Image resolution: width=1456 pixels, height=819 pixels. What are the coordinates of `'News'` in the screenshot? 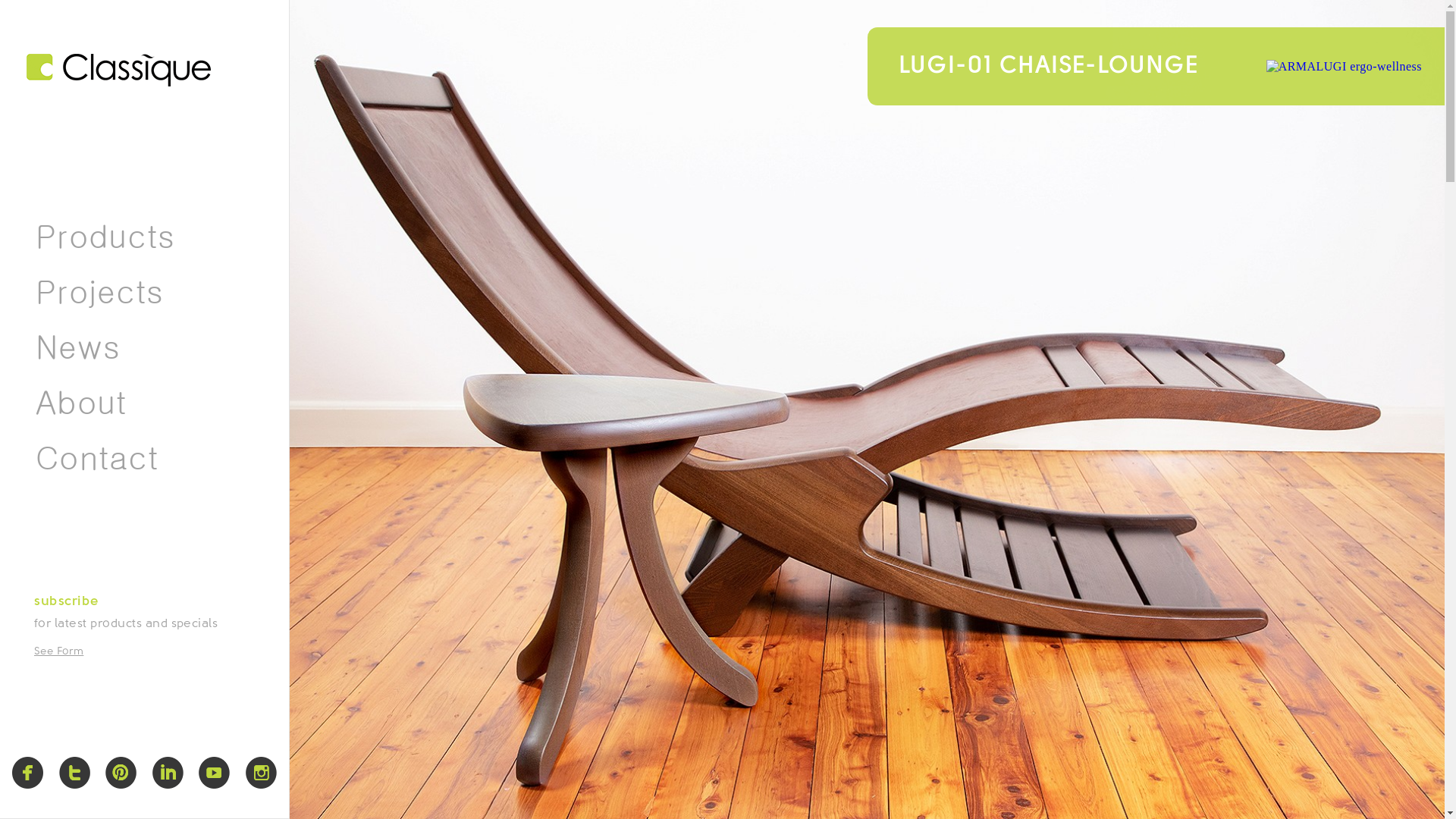 It's located at (77, 347).